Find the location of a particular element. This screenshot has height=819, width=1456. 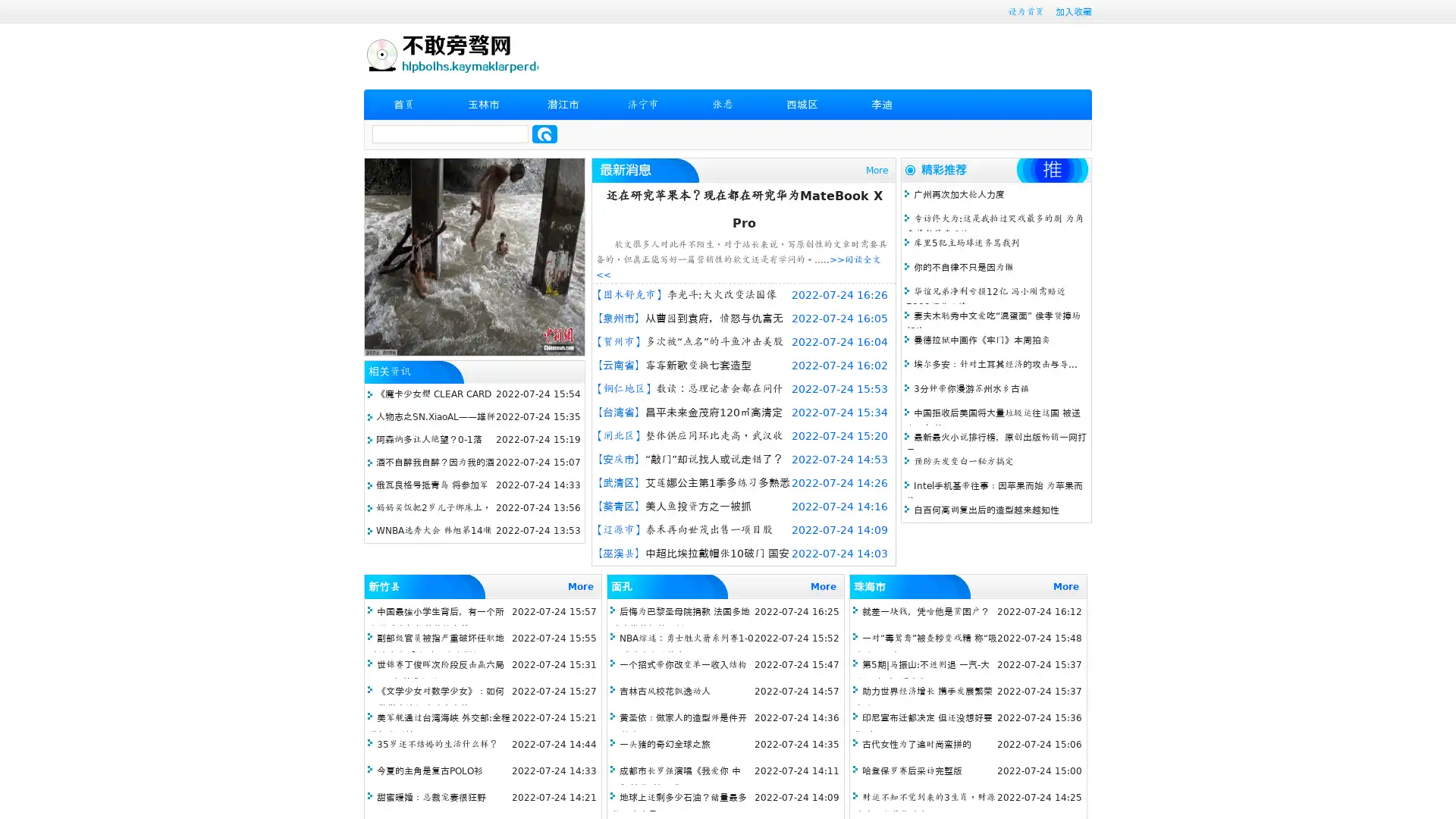

Search is located at coordinates (544, 133).